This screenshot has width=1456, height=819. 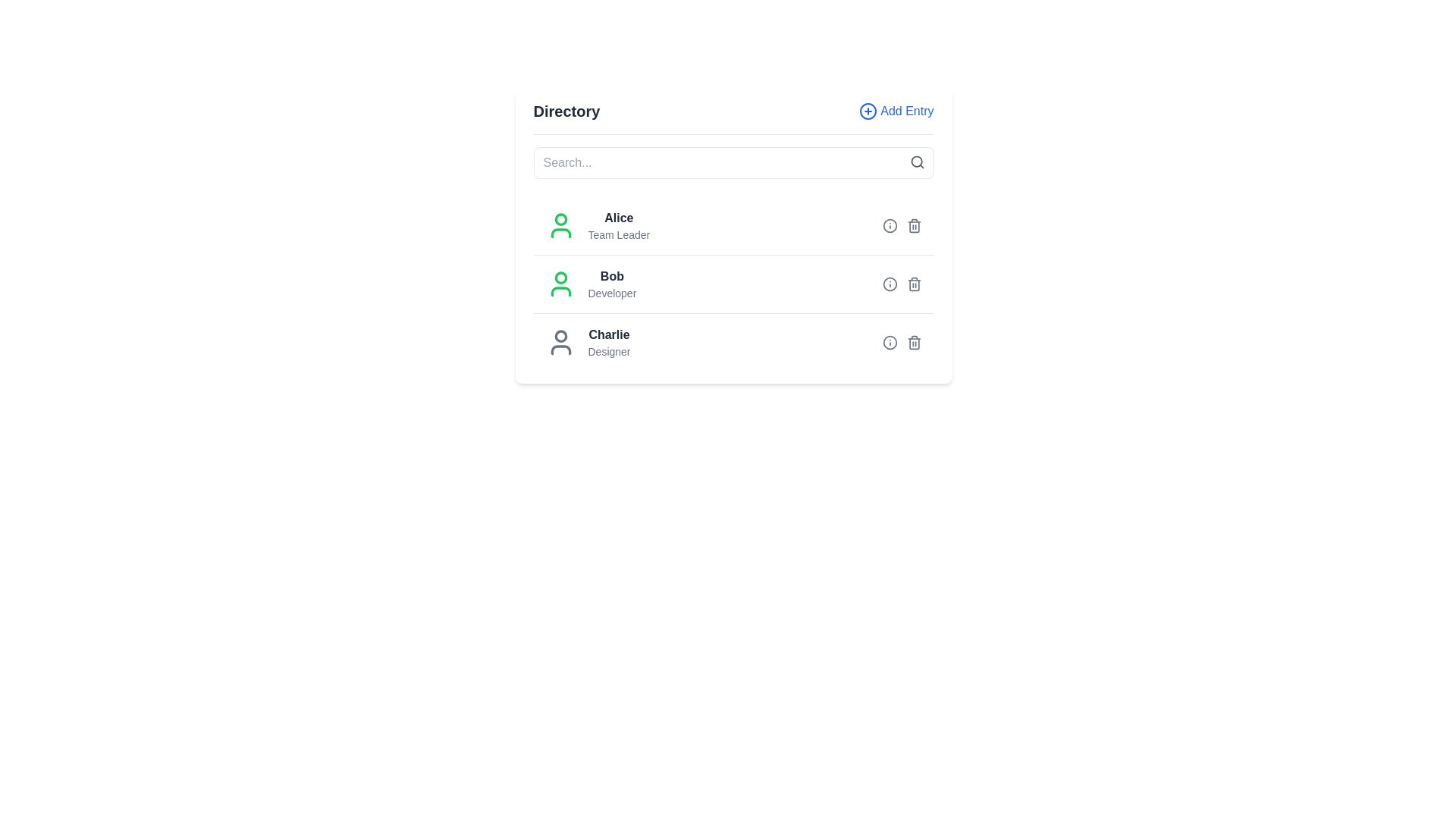 What do you see at coordinates (916, 162) in the screenshot?
I see `the search icon located to the right of the search input field` at bounding box center [916, 162].